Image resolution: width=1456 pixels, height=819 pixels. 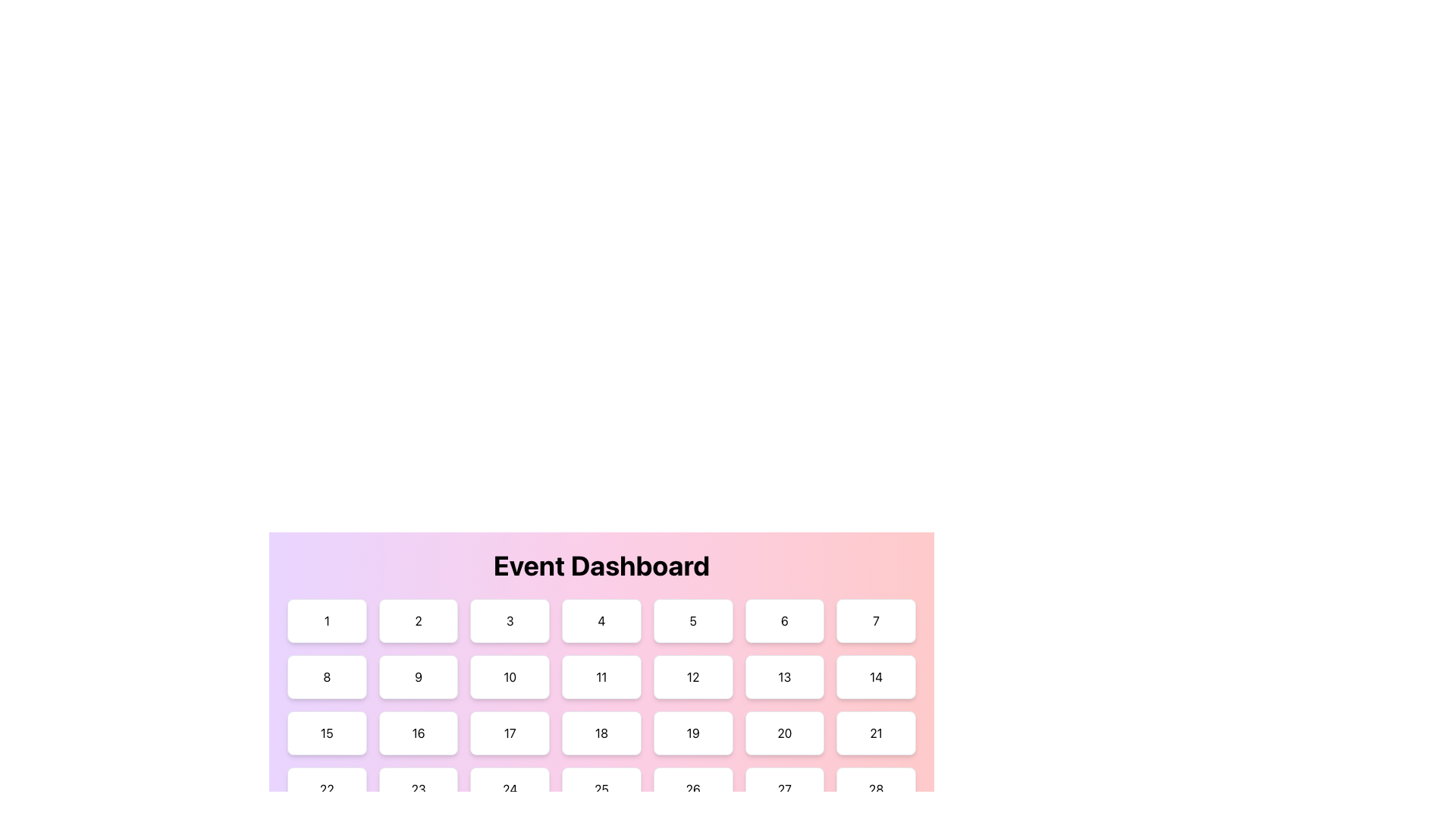 What do you see at coordinates (419, 733) in the screenshot?
I see `the 16th button in the grid layout, which is positioned in the 3rd row and 2nd column` at bounding box center [419, 733].